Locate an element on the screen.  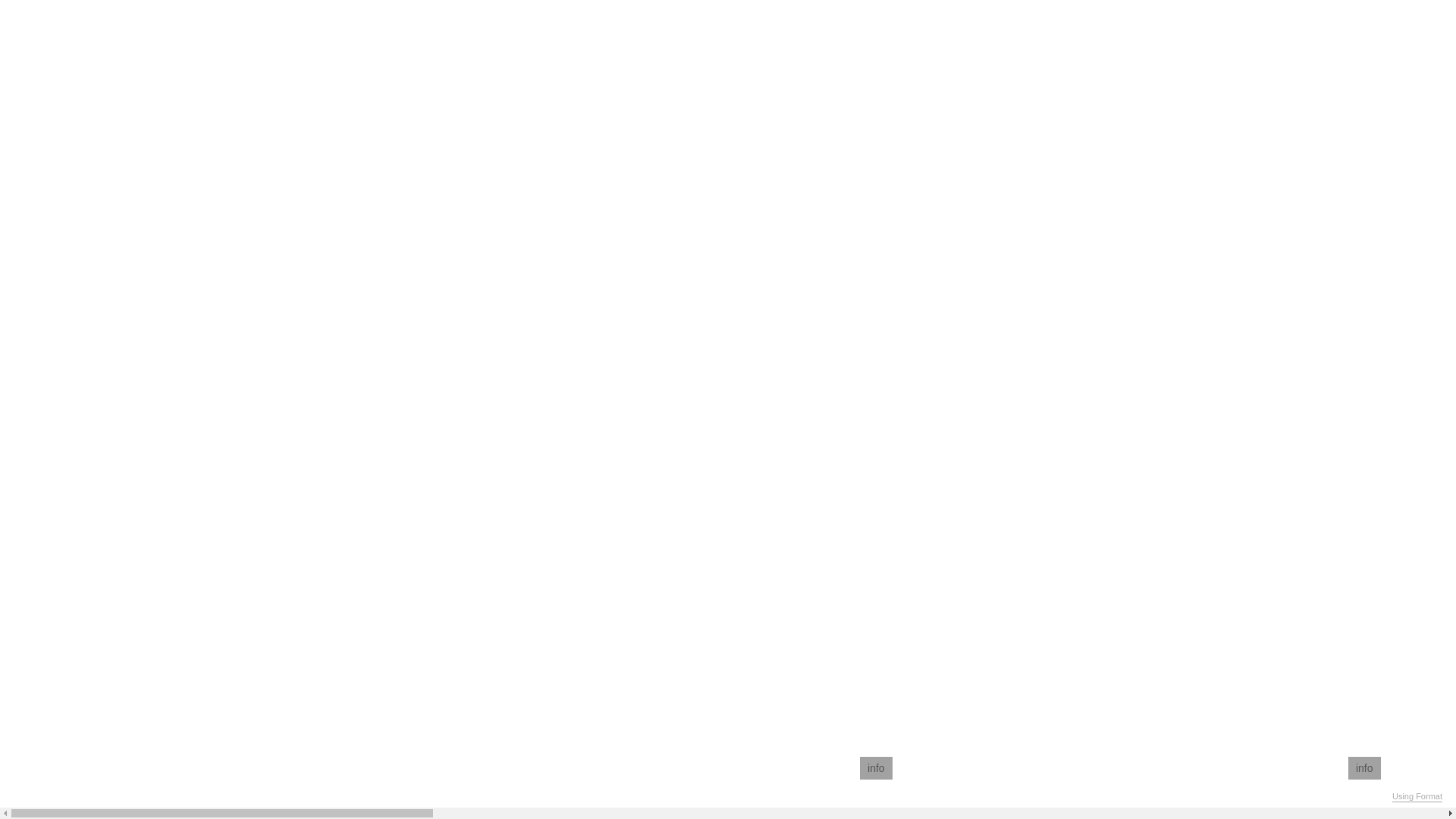
'Using Format' is located at coordinates (1416, 795).